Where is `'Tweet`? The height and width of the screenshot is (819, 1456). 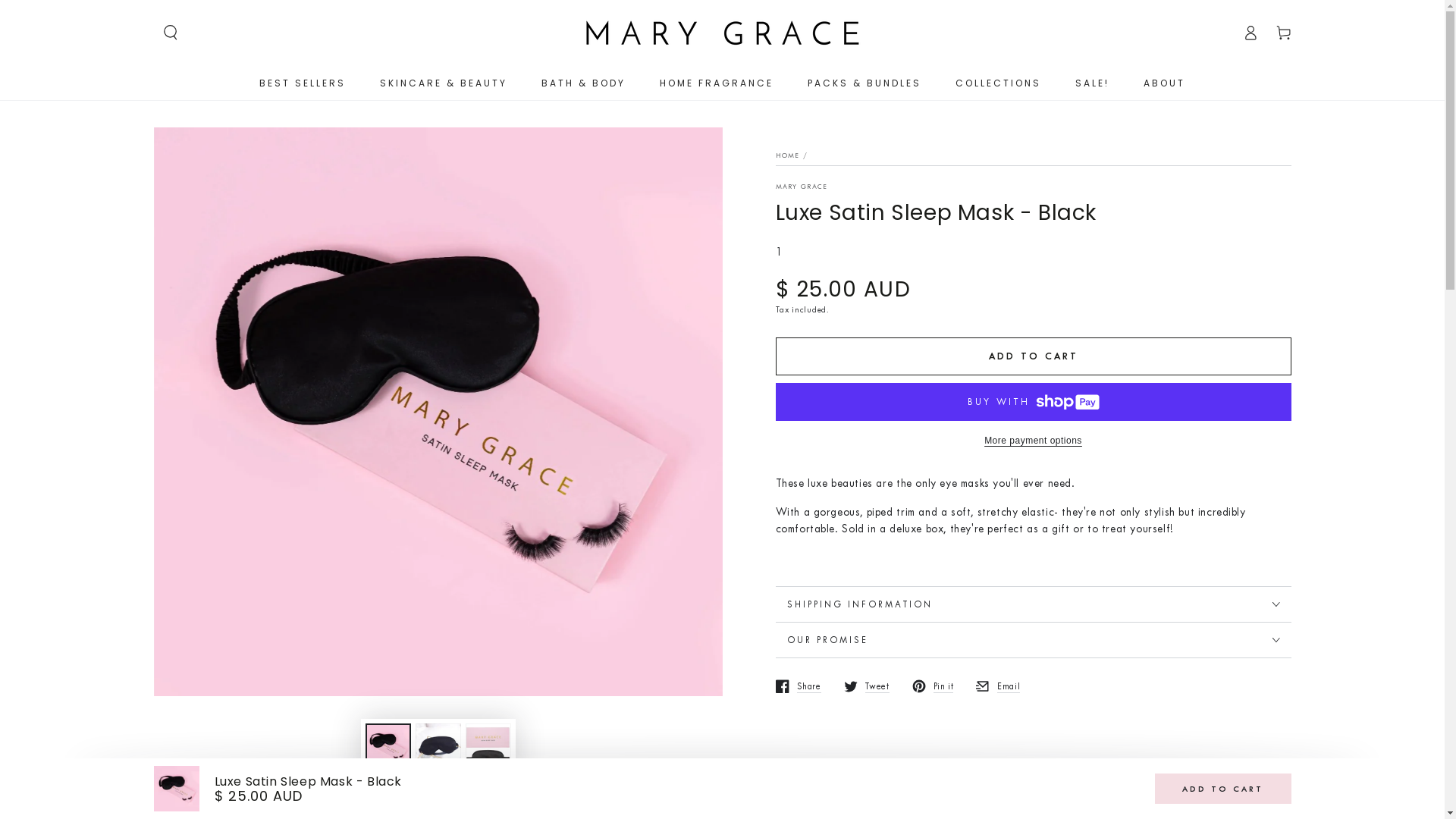 'Tweet is located at coordinates (866, 686).